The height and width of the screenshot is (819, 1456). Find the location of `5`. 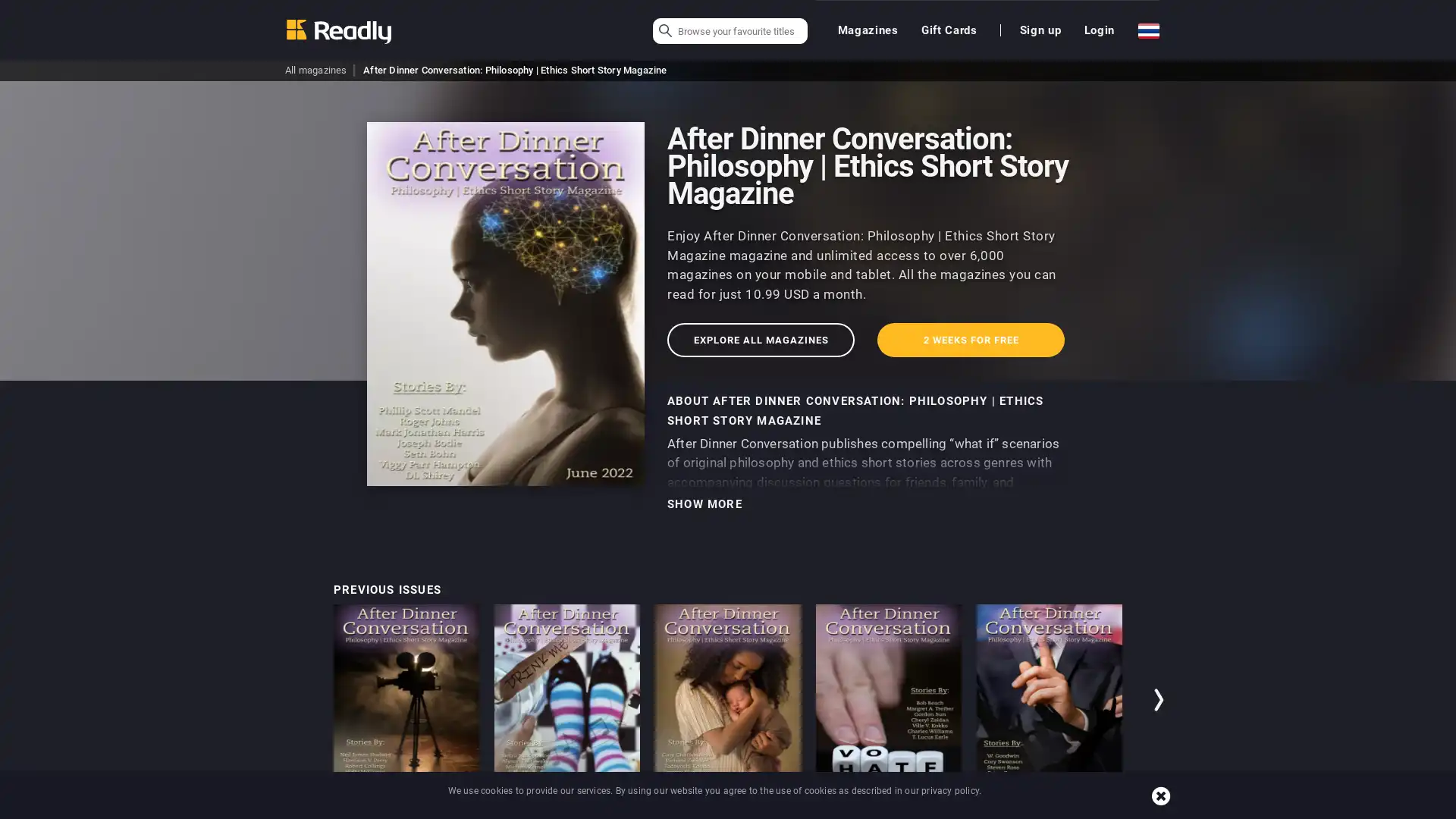

5 is located at coordinates (1121, 809).